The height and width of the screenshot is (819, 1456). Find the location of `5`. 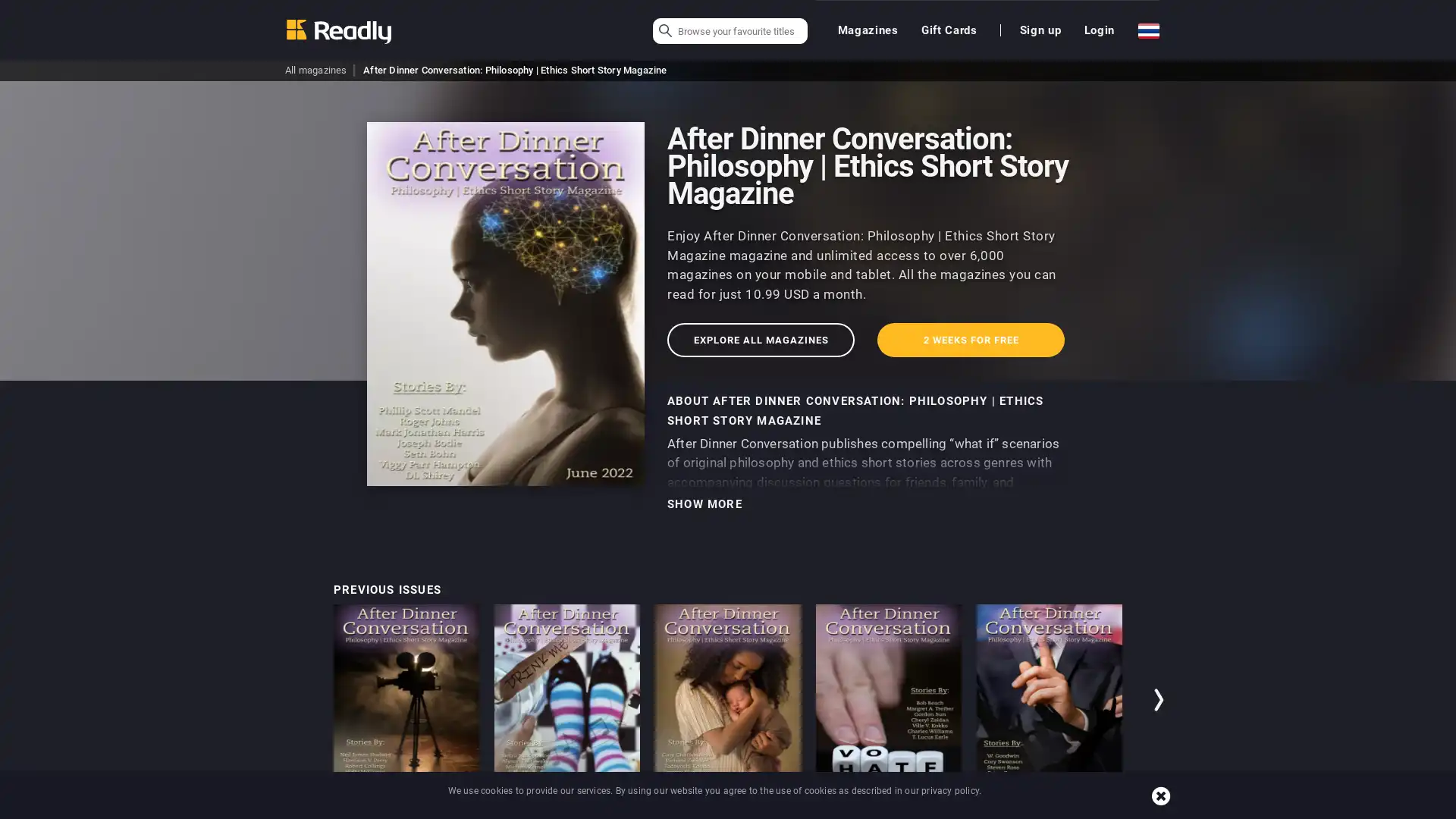

5 is located at coordinates (1121, 809).